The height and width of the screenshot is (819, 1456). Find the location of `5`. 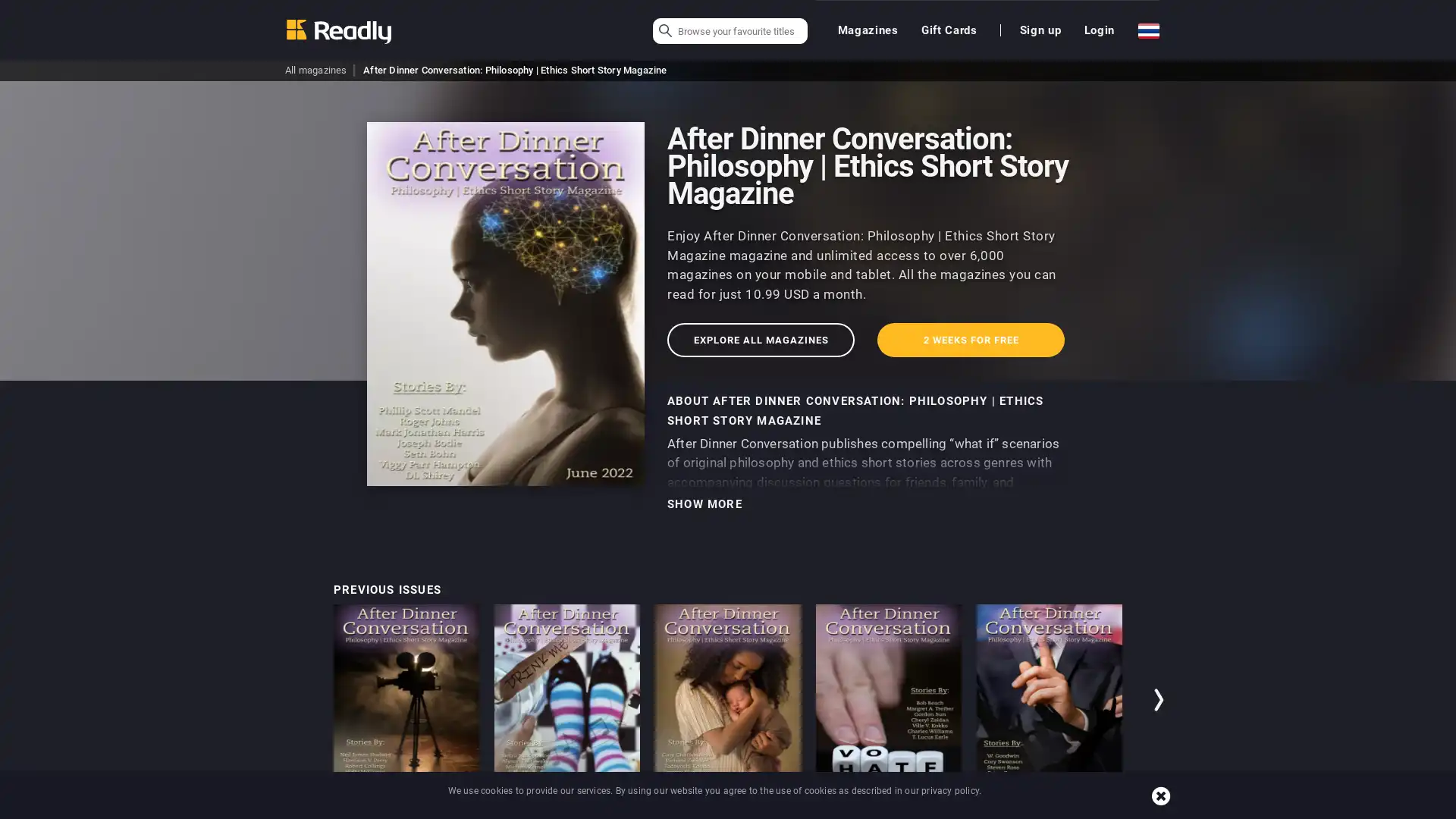

5 is located at coordinates (1121, 809).